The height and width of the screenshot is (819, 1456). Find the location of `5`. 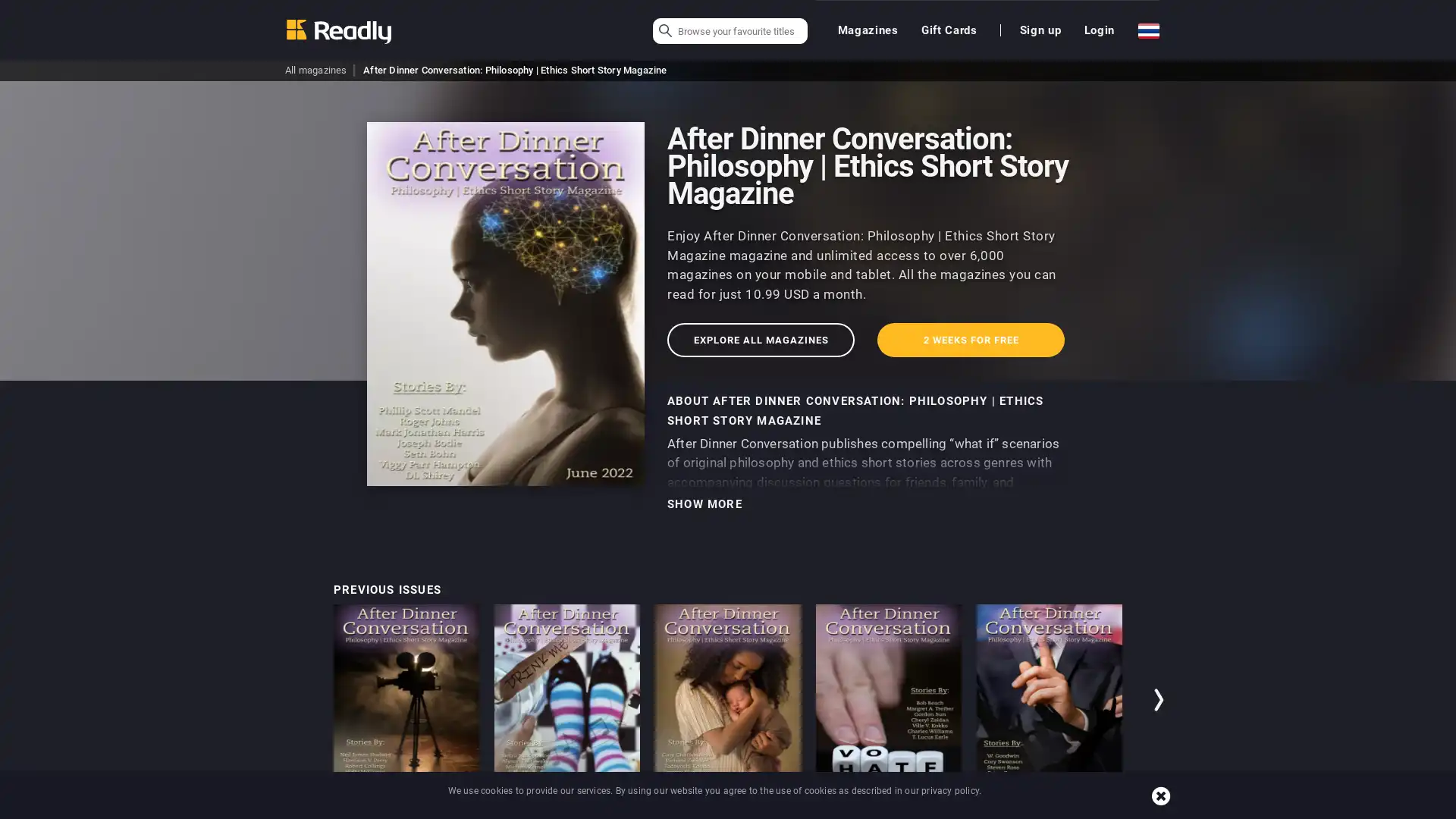

5 is located at coordinates (1121, 809).